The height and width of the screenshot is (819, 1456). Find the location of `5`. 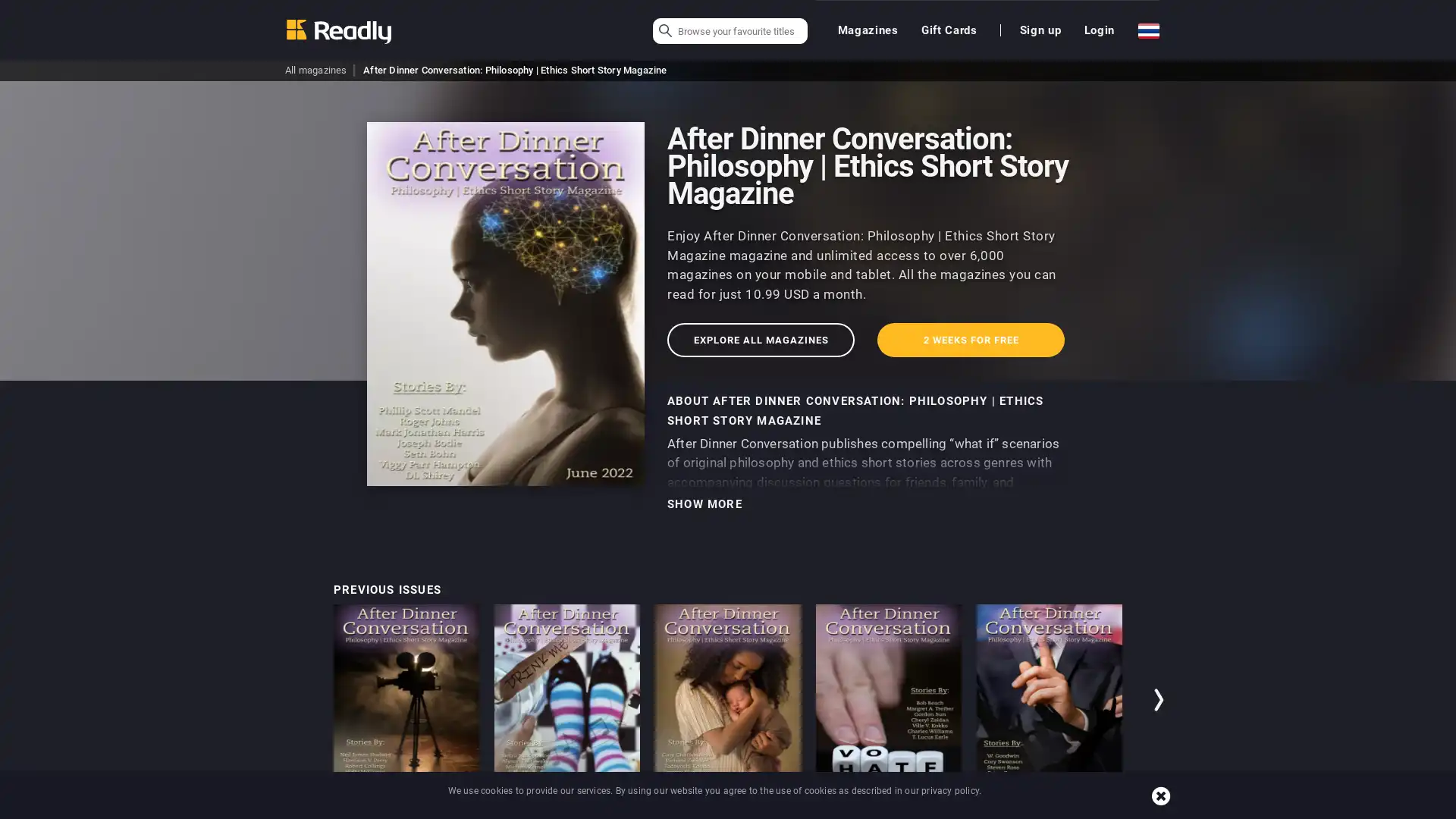

5 is located at coordinates (1121, 809).